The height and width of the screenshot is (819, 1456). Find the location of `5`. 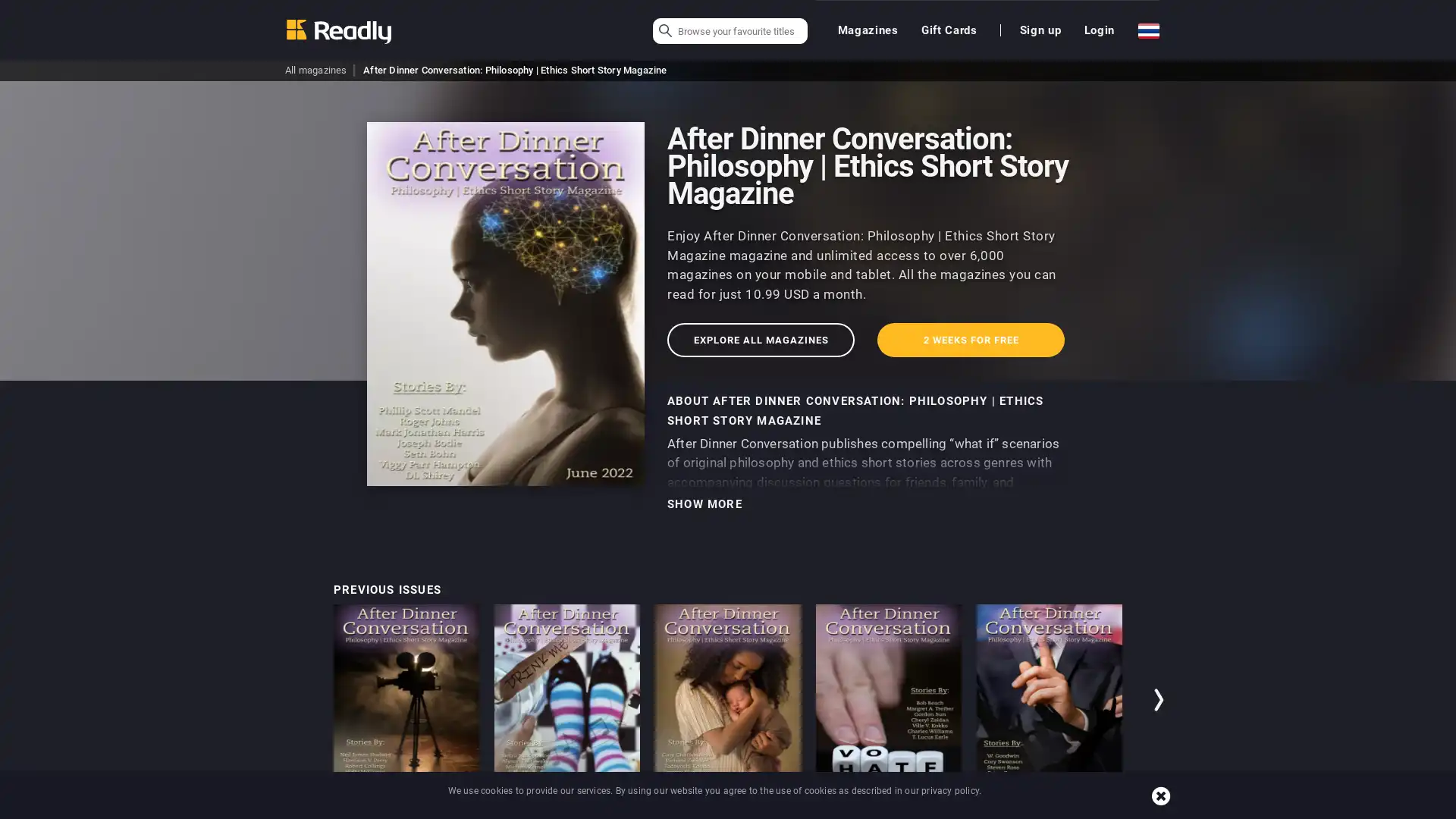

5 is located at coordinates (1121, 809).